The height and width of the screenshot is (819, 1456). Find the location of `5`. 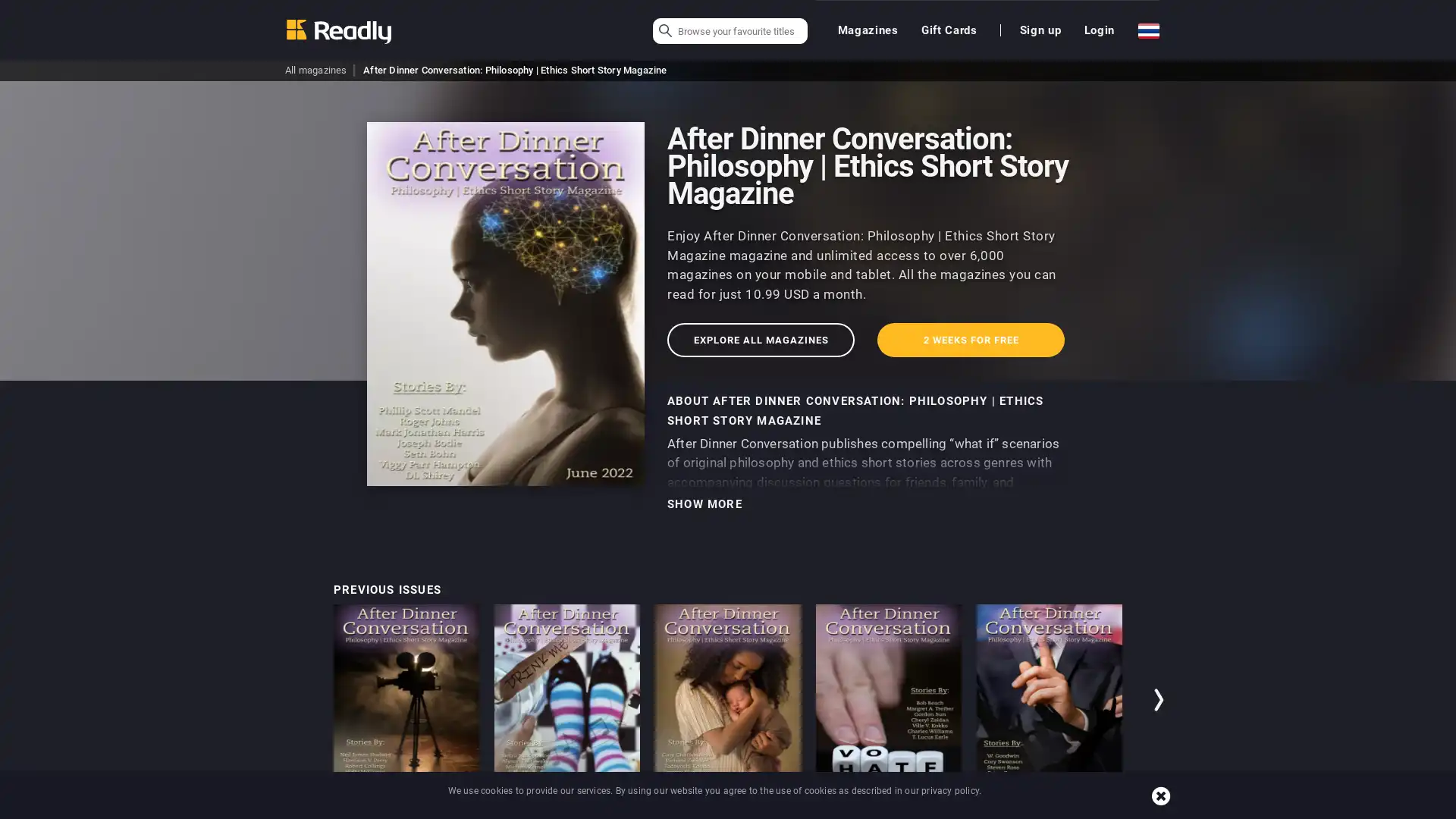

5 is located at coordinates (1121, 809).